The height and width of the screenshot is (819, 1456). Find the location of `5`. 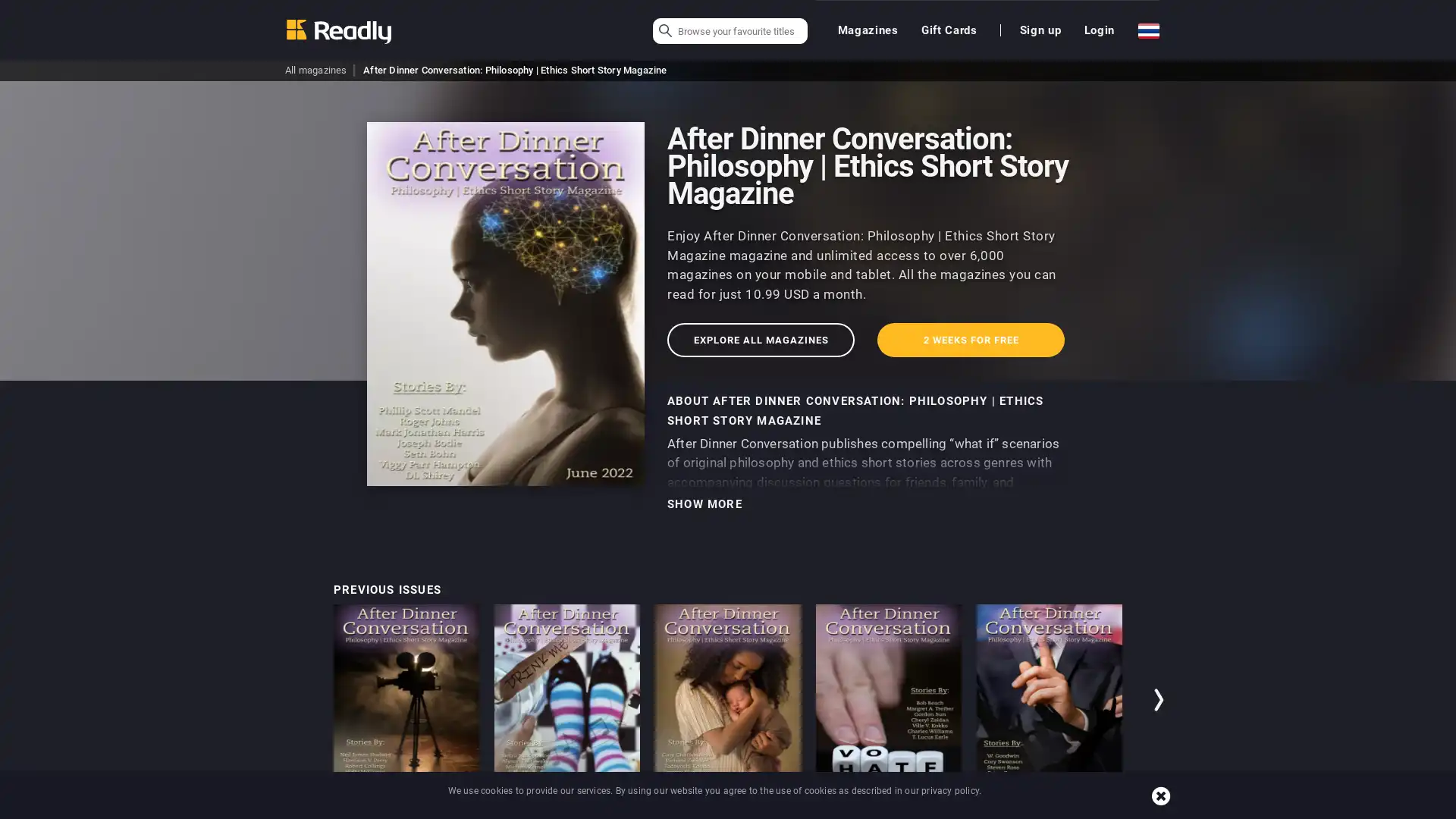

5 is located at coordinates (1121, 809).